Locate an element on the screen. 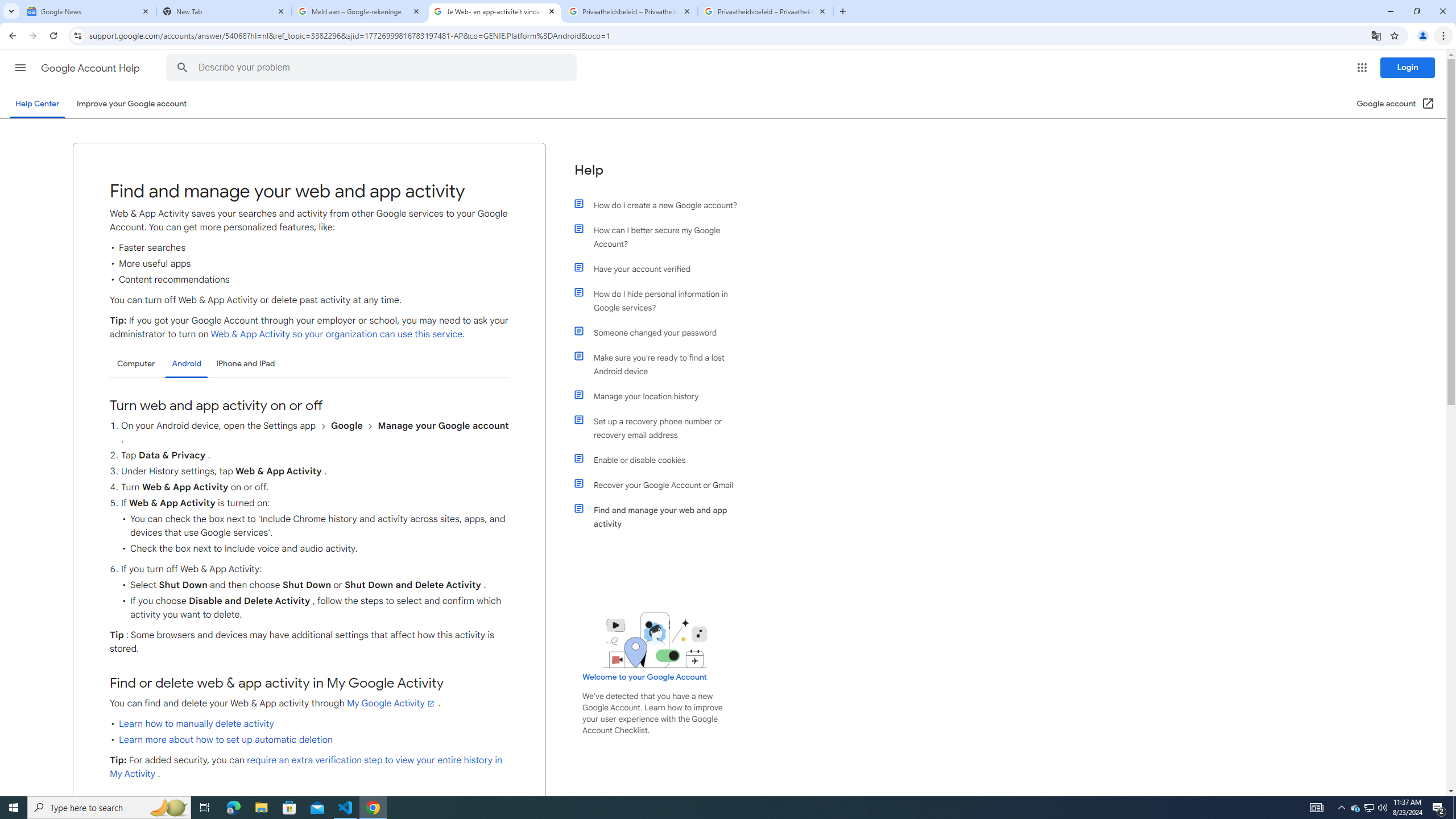  'Back' is located at coordinates (11, 35).